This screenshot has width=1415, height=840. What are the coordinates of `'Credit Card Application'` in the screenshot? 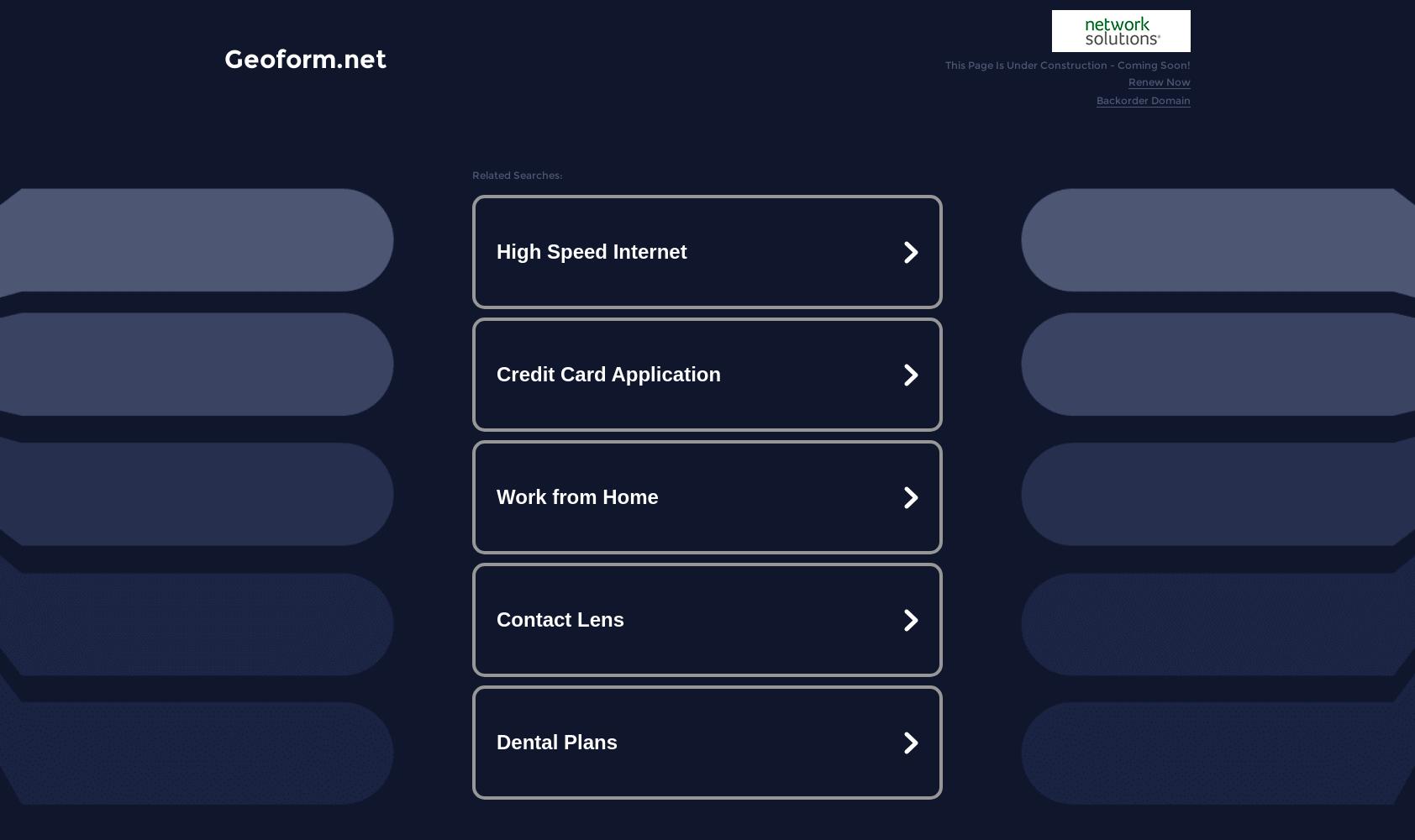 It's located at (608, 373).